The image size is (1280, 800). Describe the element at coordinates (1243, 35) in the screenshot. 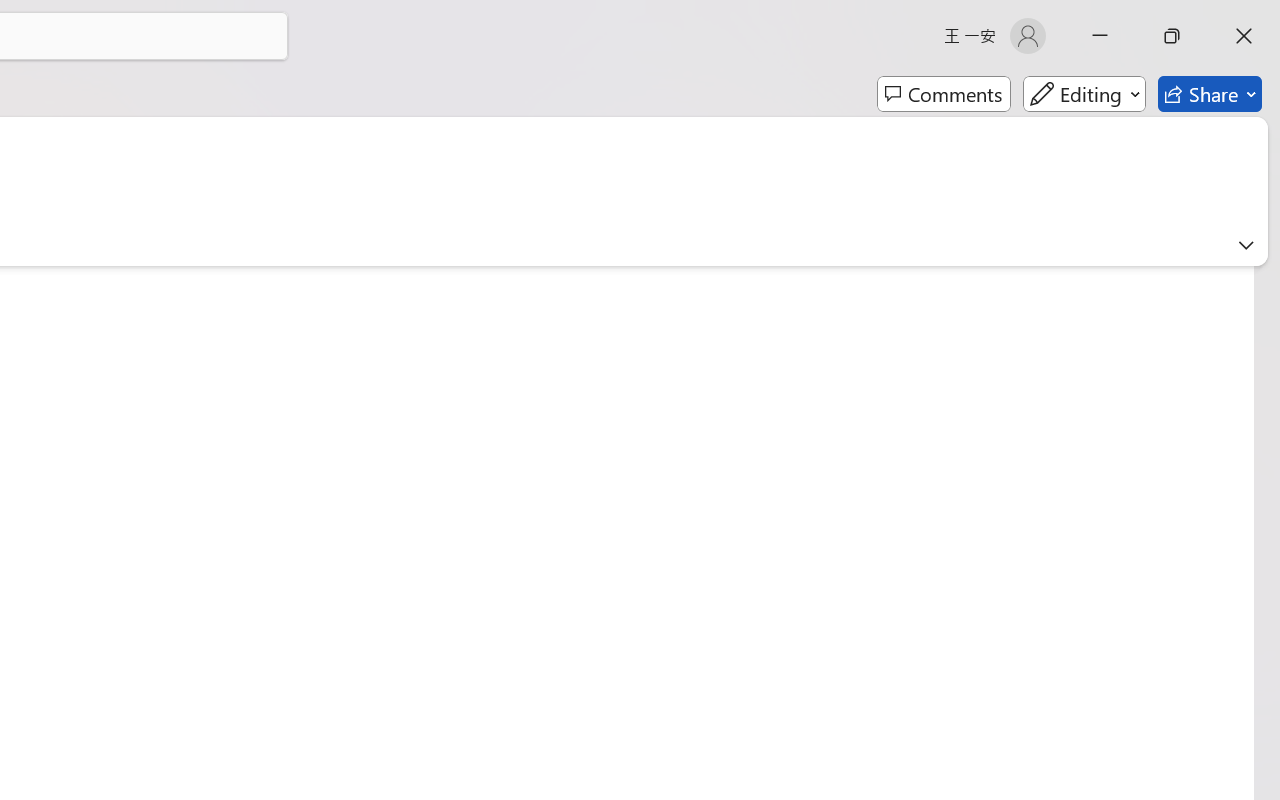

I see `'Close'` at that location.